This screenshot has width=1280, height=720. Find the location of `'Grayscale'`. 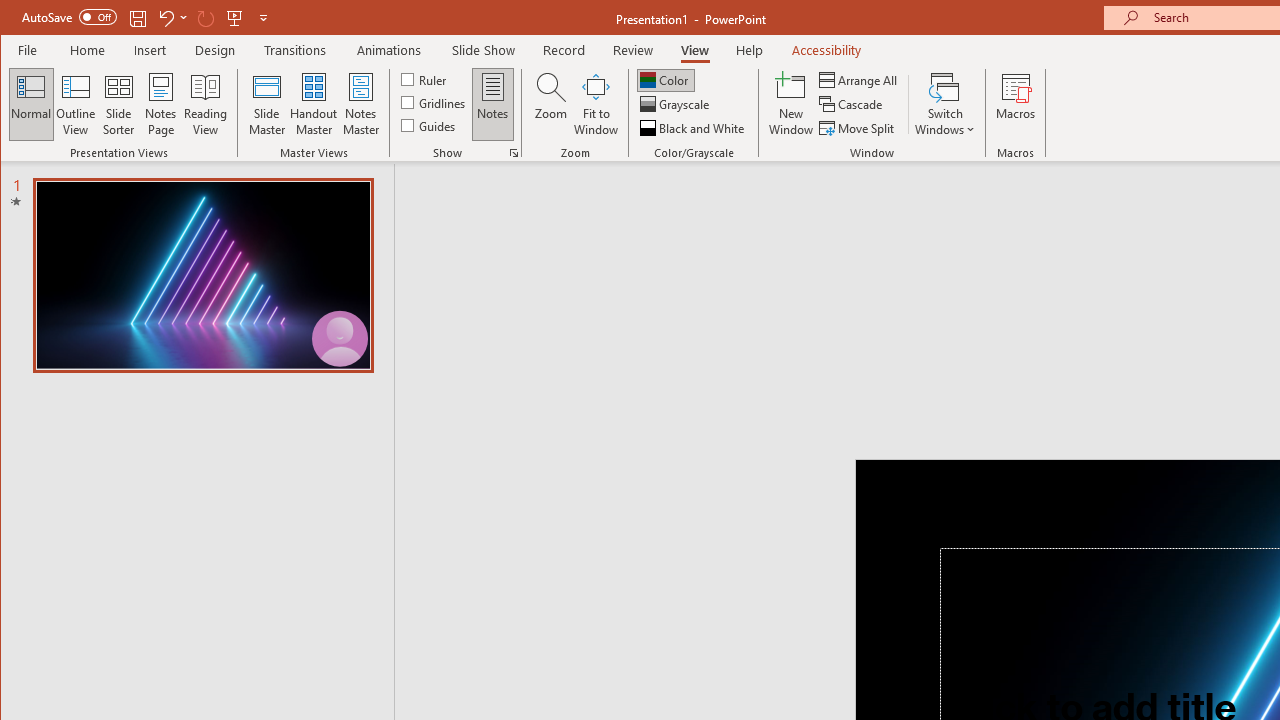

'Grayscale' is located at coordinates (676, 104).